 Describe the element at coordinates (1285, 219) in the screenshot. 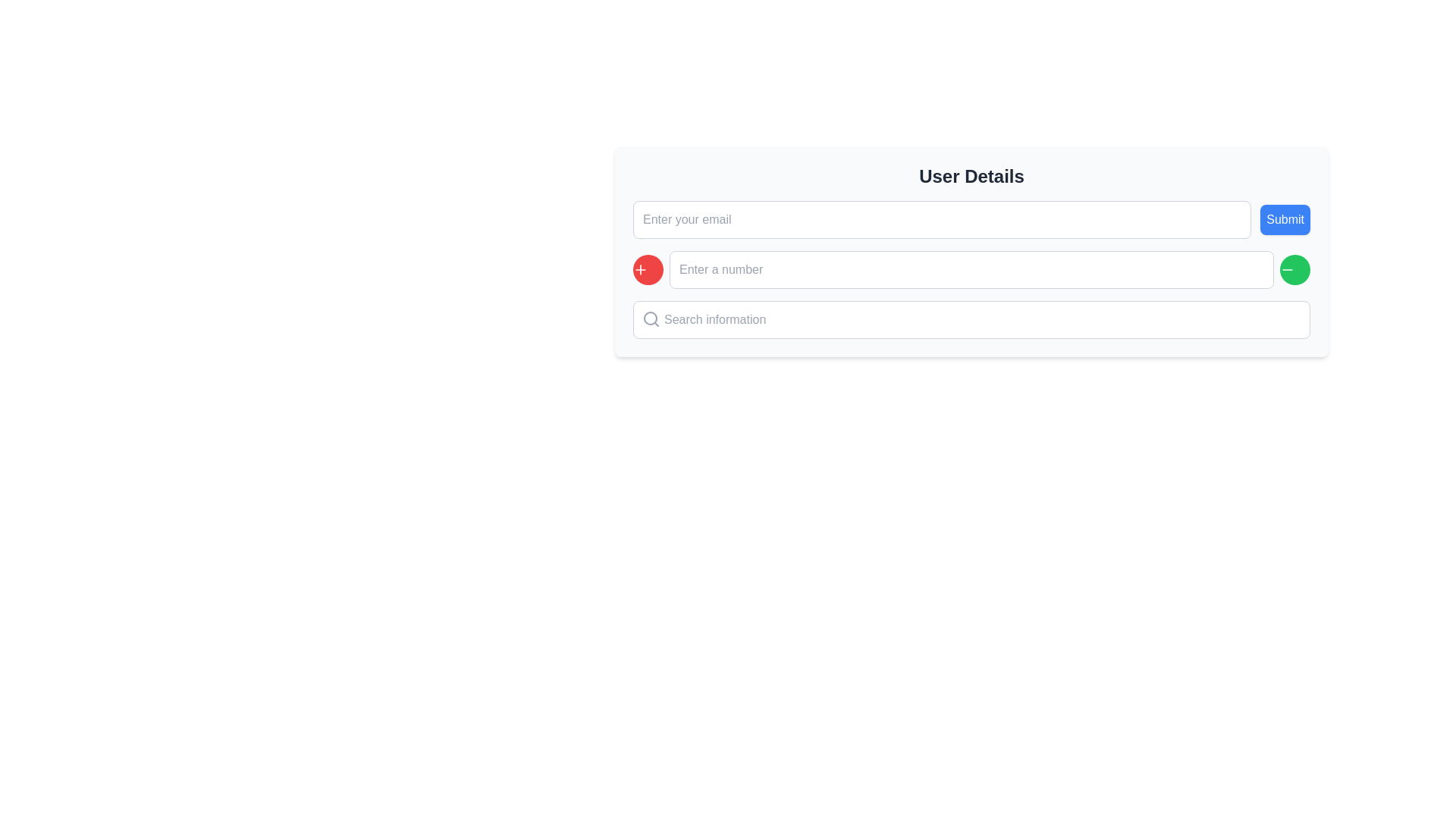

I see `the 'Submit' button, which is a blue rectangular button with rounded corners and white text, located at the top of the form adjacent to the email input field` at that location.